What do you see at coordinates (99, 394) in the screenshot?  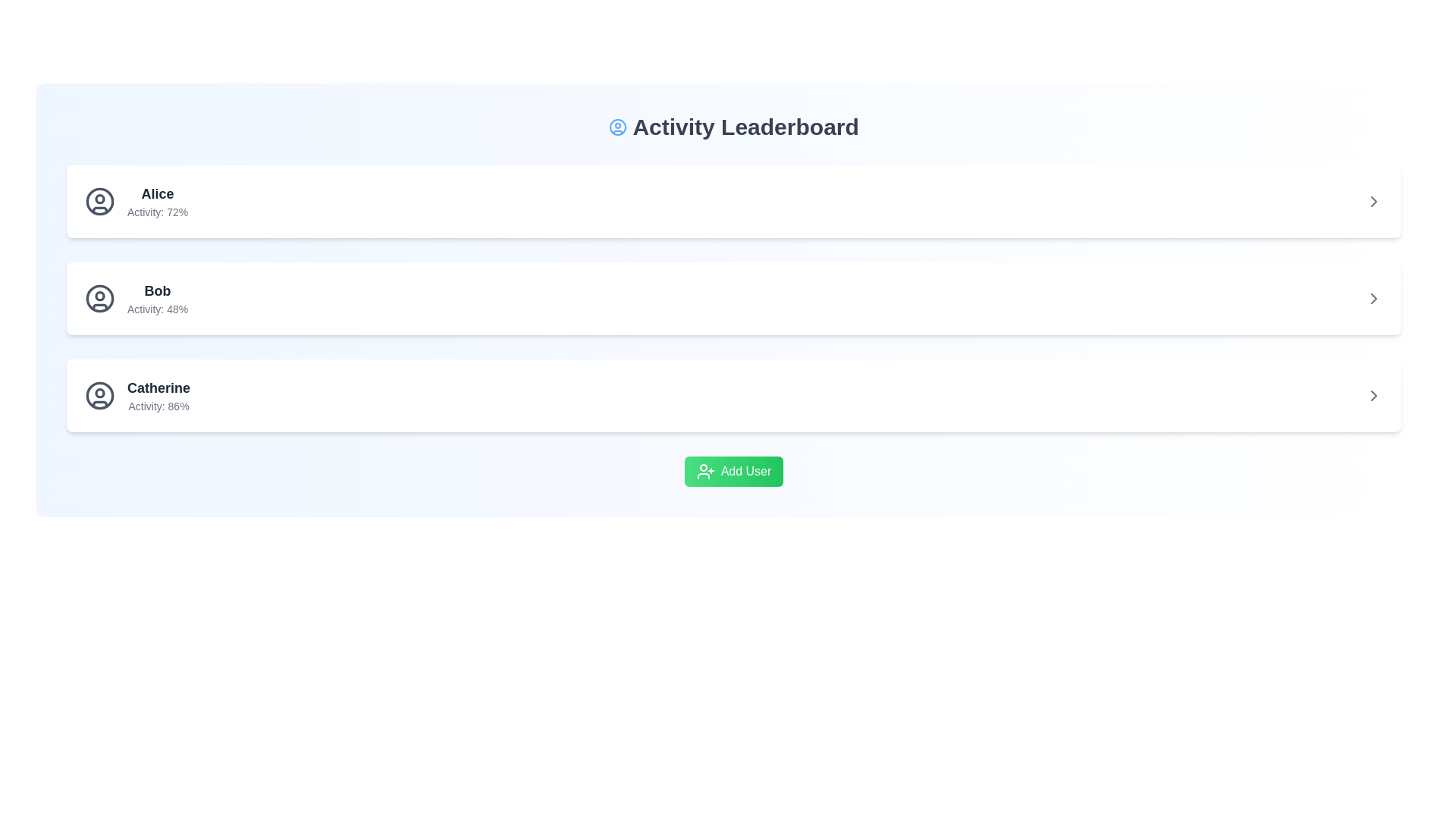 I see `the circular profile icon next to 'Catherine' in the leaderboard interface` at bounding box center [99, 394].